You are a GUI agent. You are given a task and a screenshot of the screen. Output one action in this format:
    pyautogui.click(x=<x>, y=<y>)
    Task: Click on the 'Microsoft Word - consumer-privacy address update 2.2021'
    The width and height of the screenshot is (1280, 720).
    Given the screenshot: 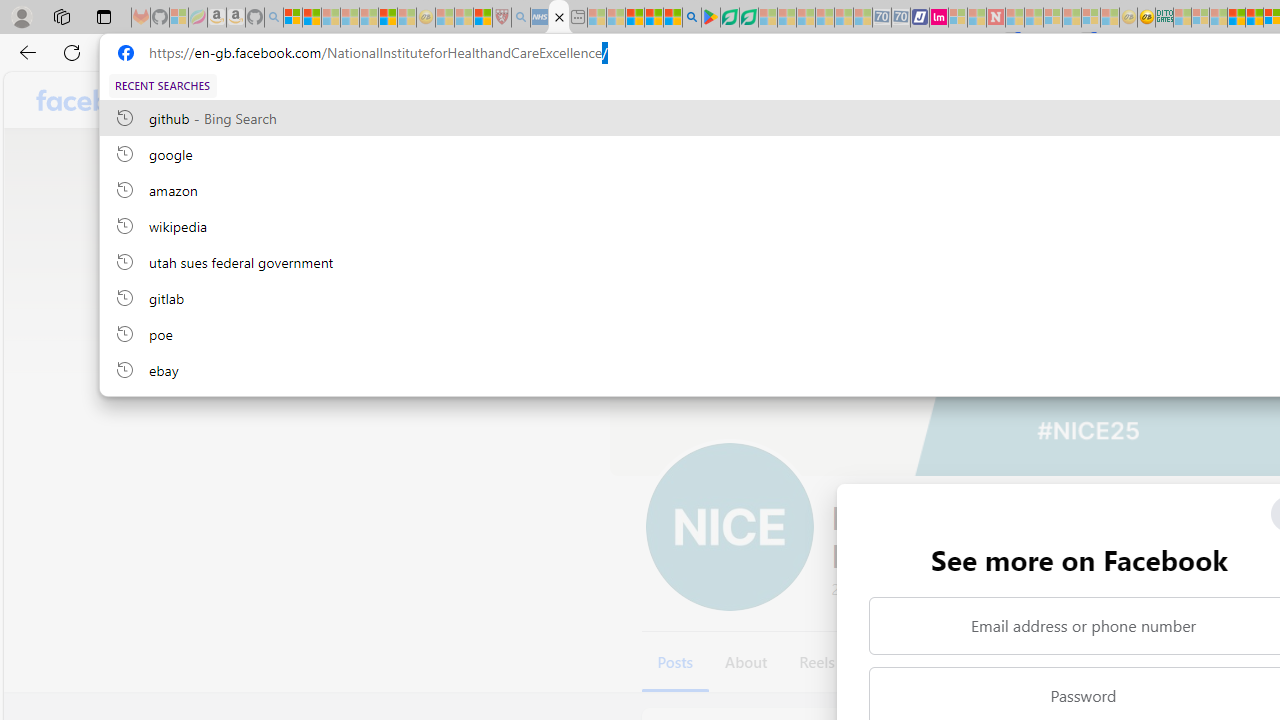 What is the action you would take?
    pyautogui.click(x=747, y=17)
    